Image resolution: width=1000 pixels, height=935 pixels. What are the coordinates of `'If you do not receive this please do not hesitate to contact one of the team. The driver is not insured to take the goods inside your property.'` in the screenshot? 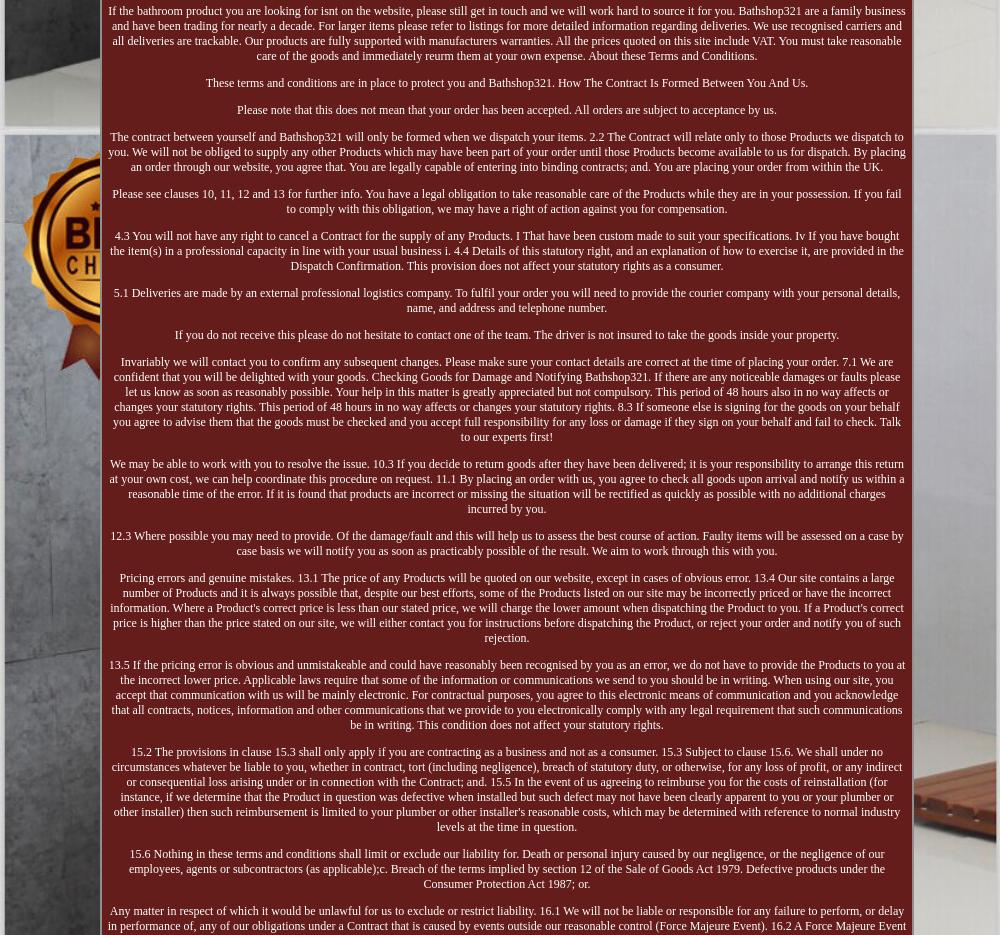 It's located at (506, 333).